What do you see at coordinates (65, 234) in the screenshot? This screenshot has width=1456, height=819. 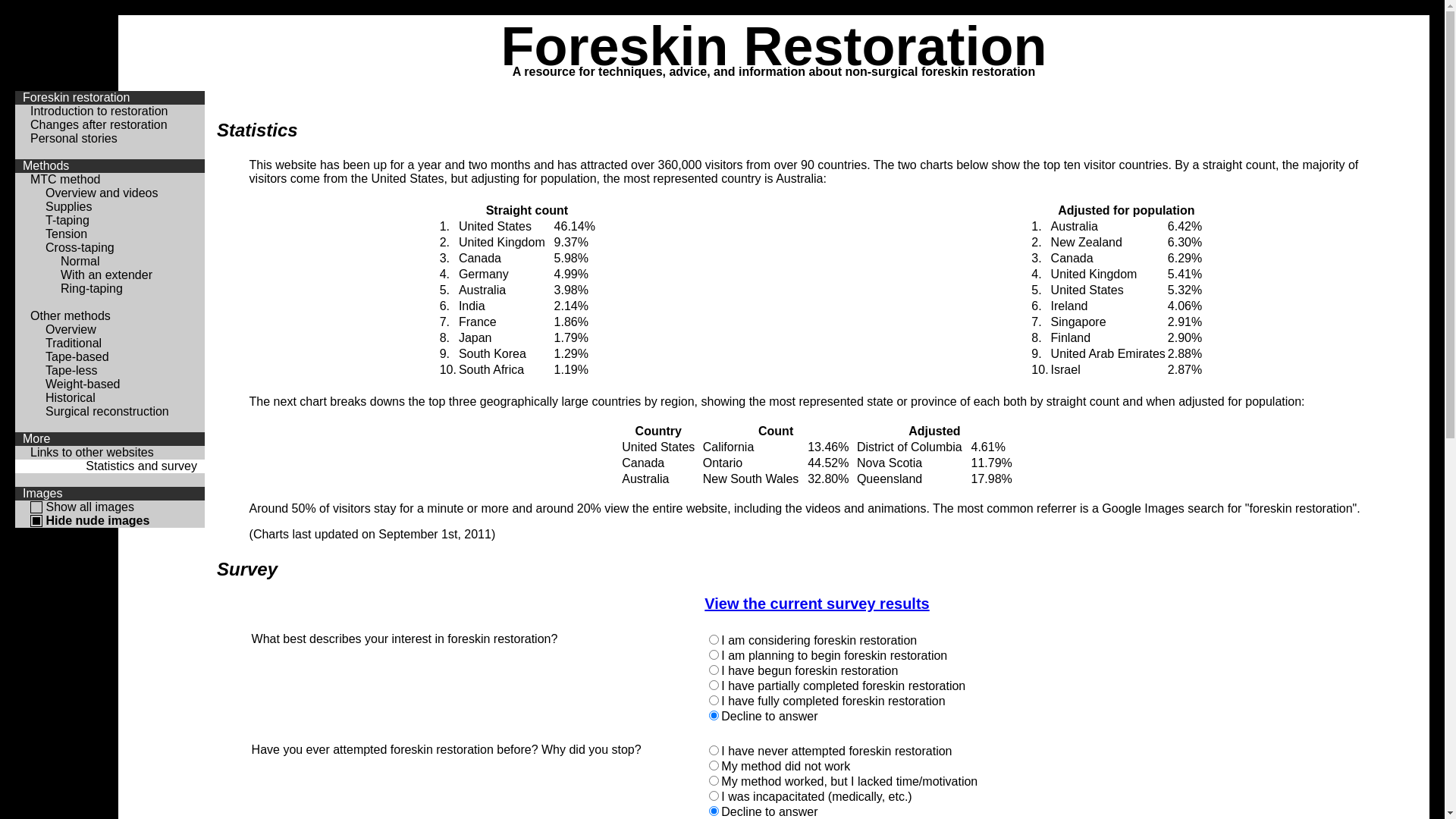 I see `'Tension'` at bounding box center [65, 234].